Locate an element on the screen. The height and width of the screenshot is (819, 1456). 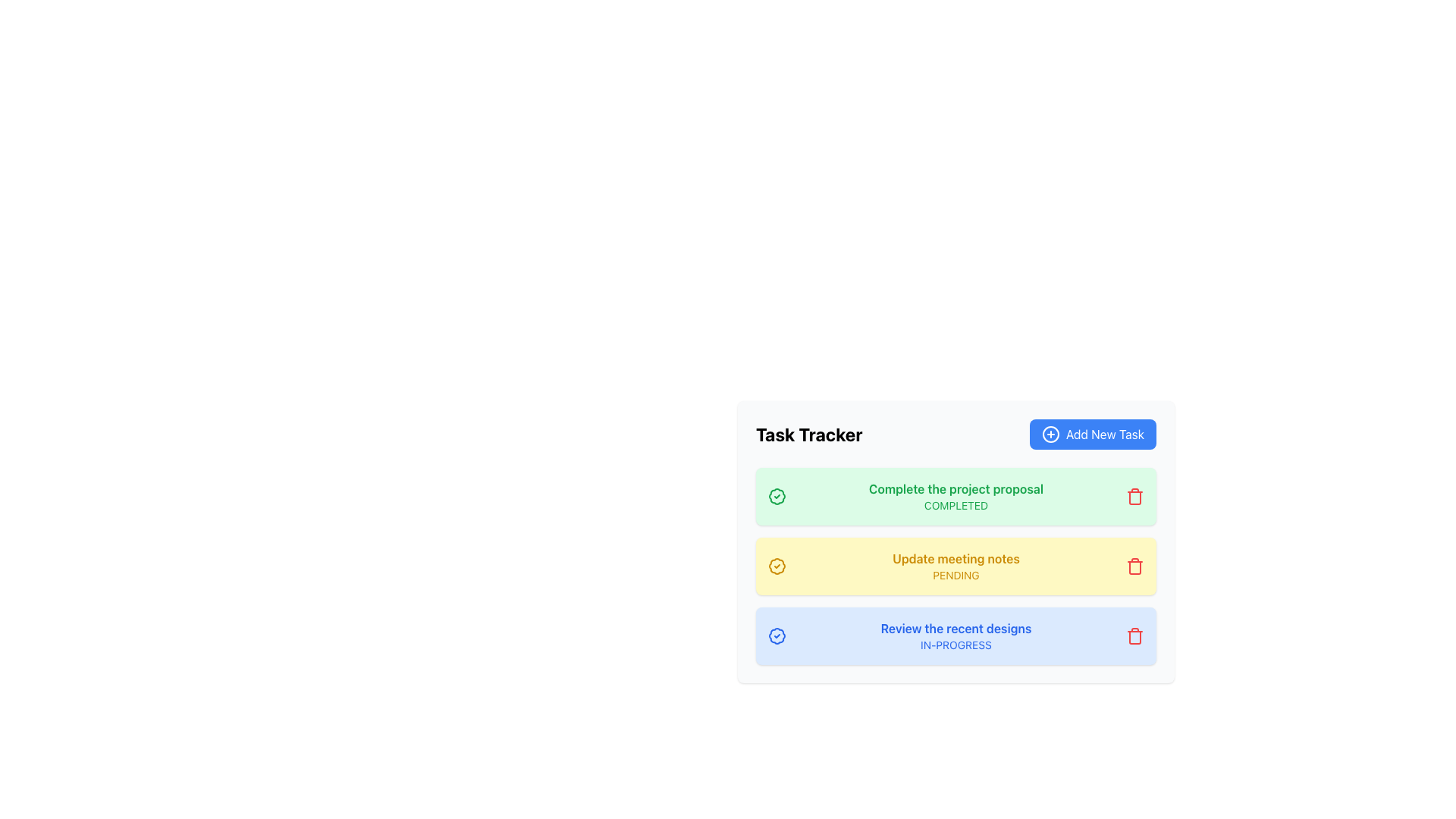
the center component of the trash can icon located at the far right of the 'Update meeting notes' task row, which is the second task item from the top is located at coordinates (1135, 567).